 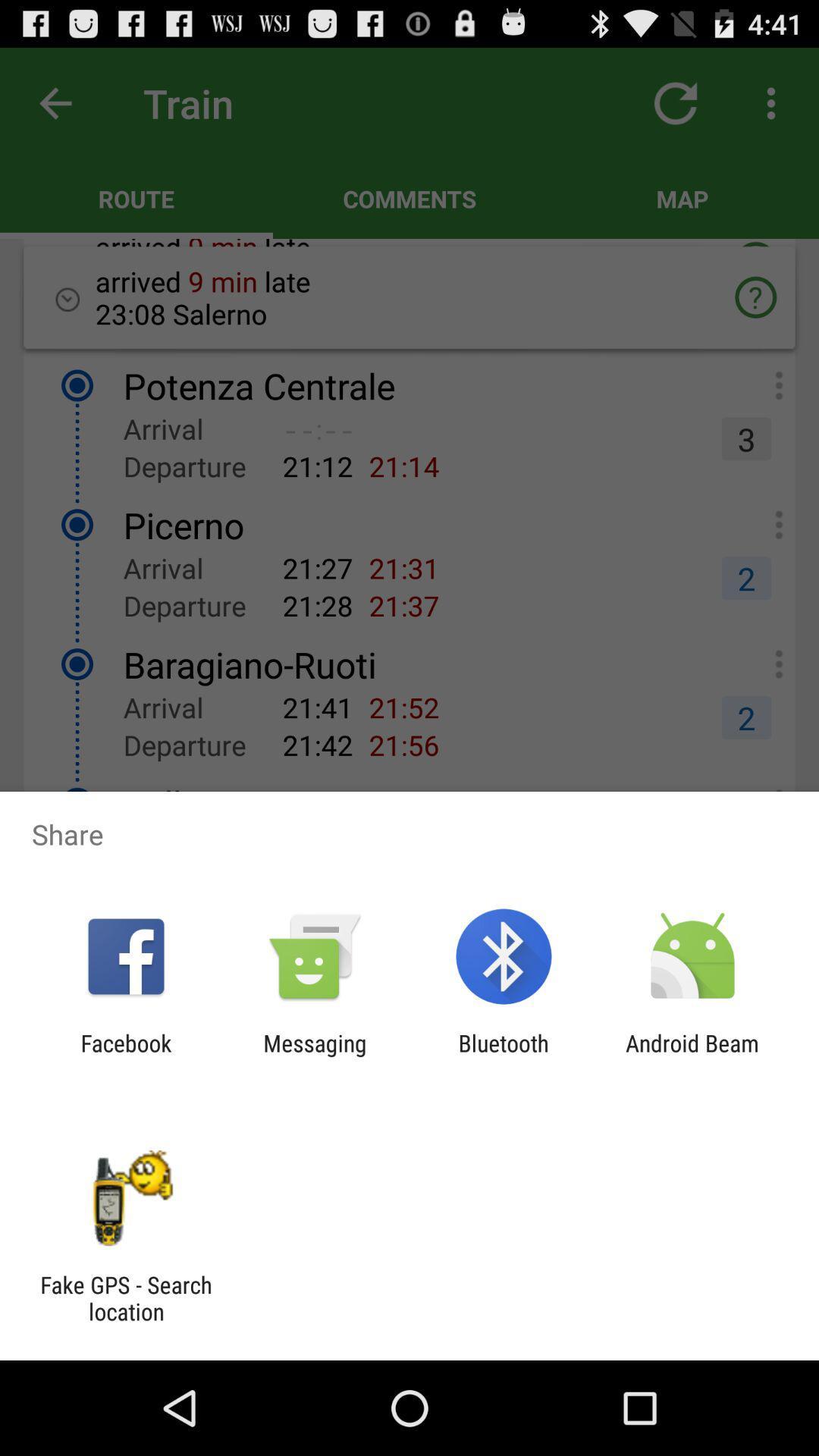 What do you see at coordinates (125, 1056) in the screenshot?
I see `the facebook app` at bounding box center [125, 1056].